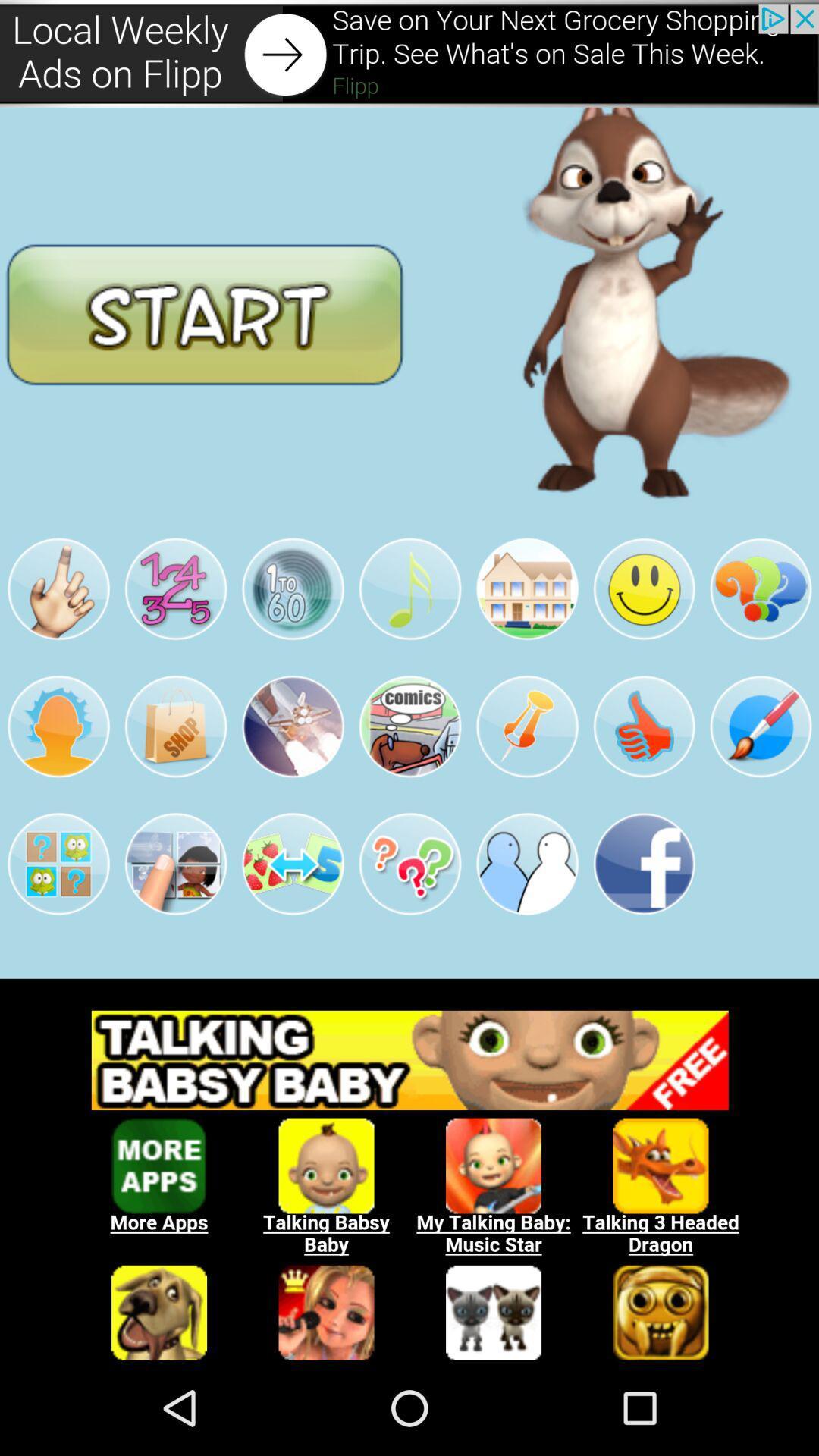 The width and height of the screenshot is (819, 1456). I want to click on the facebook icon, so click(644, 924).